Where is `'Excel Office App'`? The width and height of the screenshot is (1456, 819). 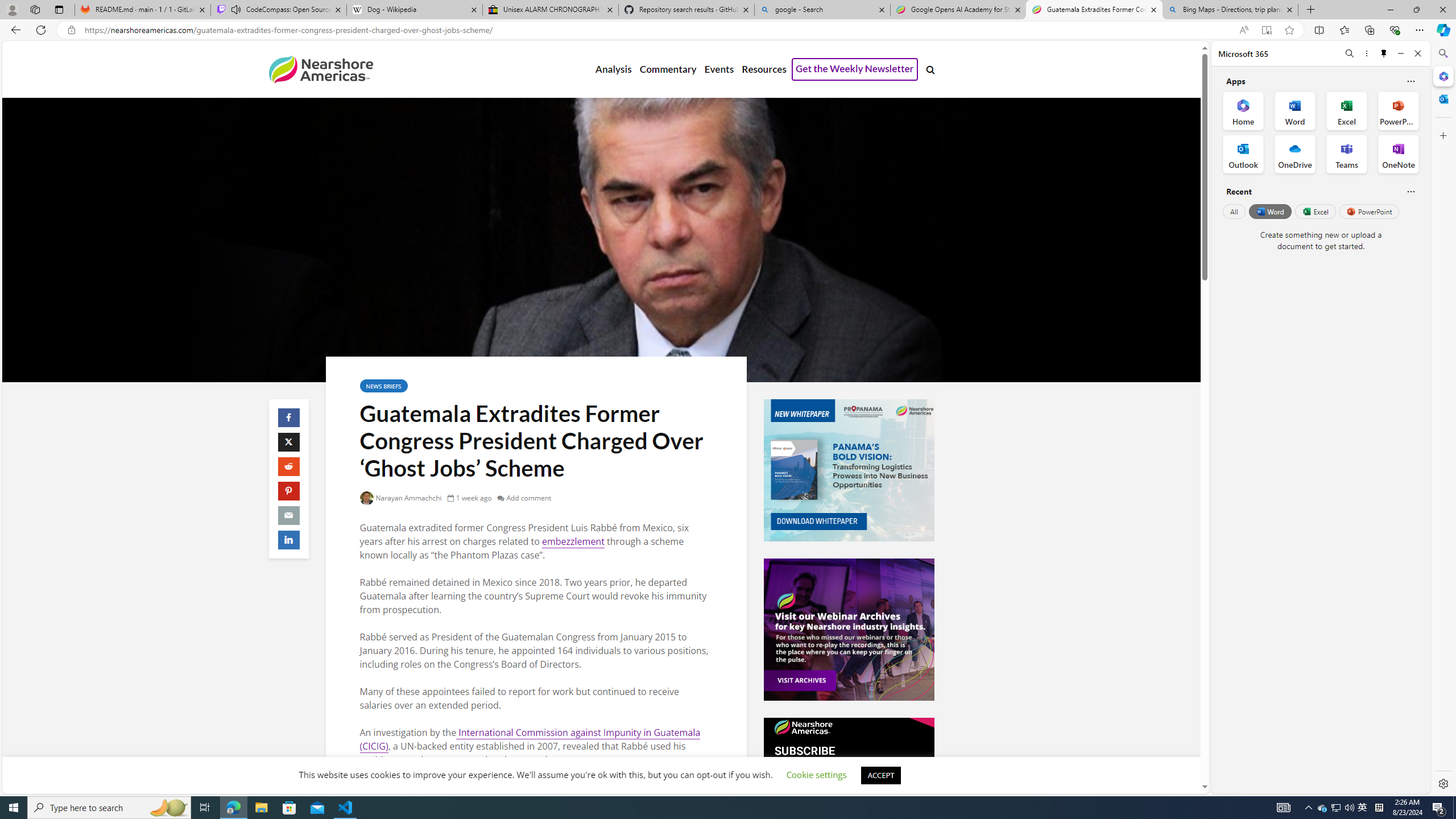 'Excel Office App' is located at coordinates (1347, 111).